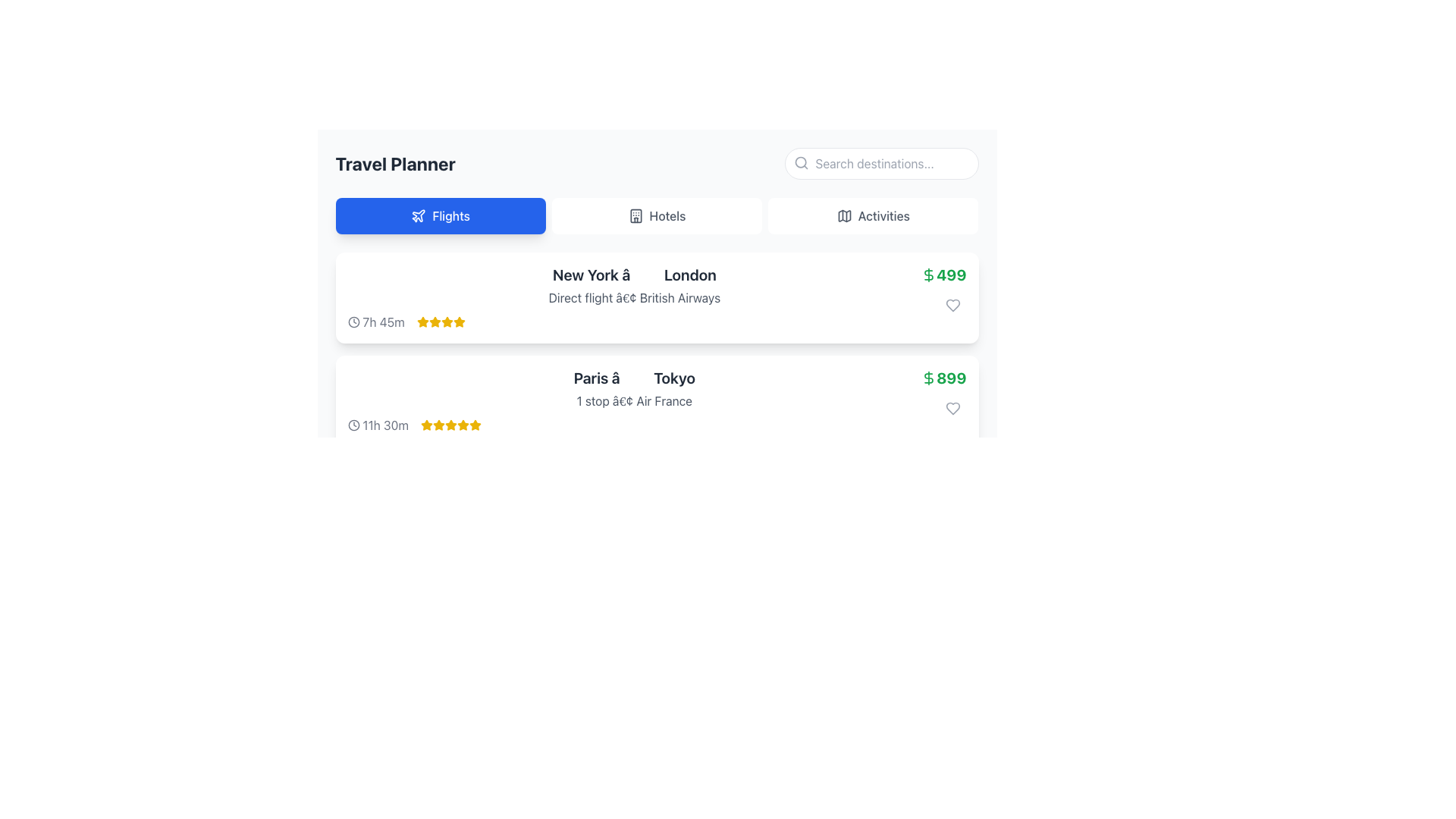 The width and height of the screenshot is (1456, 819). Describe the element at coordinates (450, 425) in the screenshot. I see `the yellow star icon in the Flights section of the Travel Planner interface to rate it` at that location.